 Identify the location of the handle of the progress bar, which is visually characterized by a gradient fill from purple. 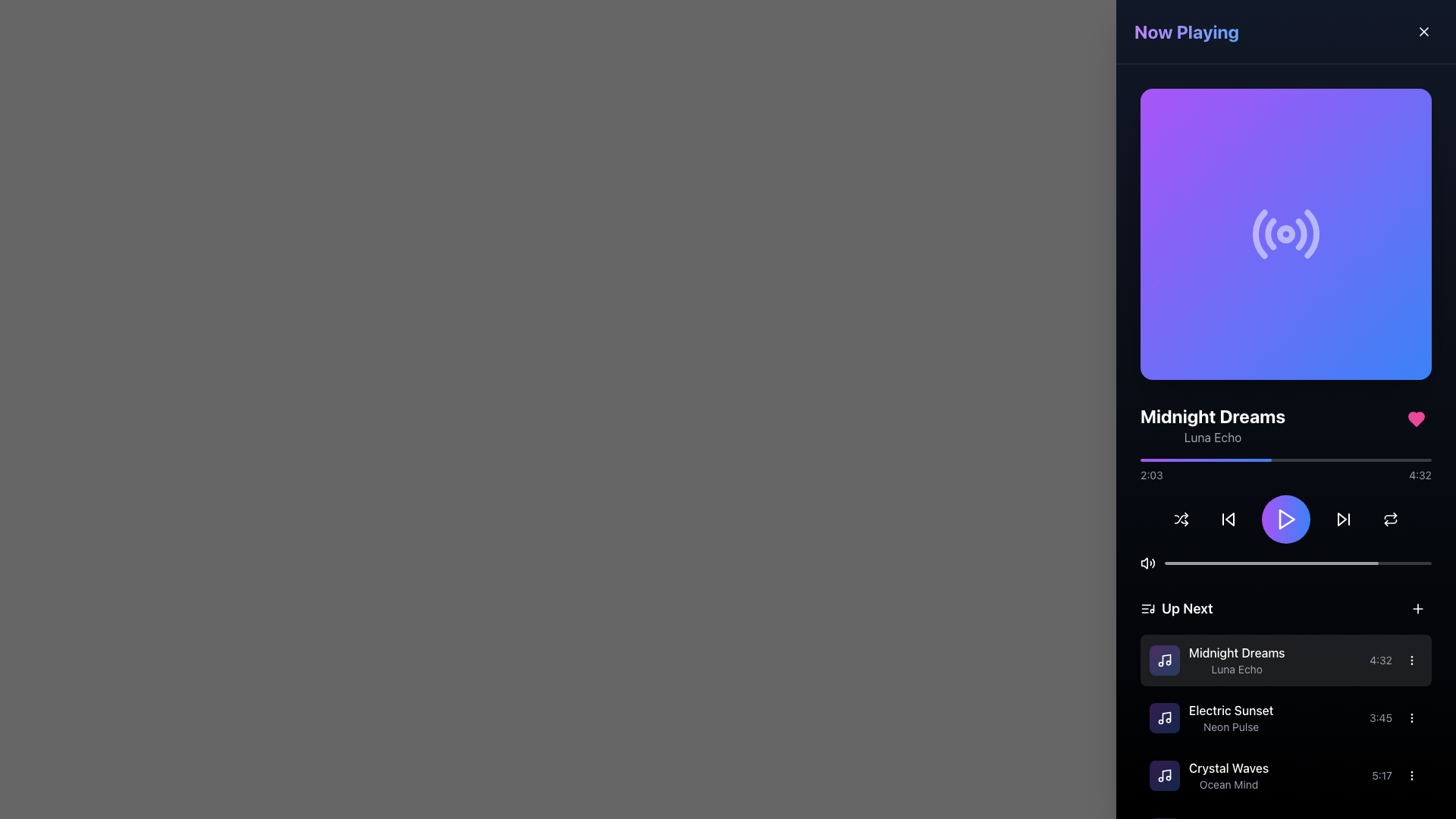
(1285, 470).